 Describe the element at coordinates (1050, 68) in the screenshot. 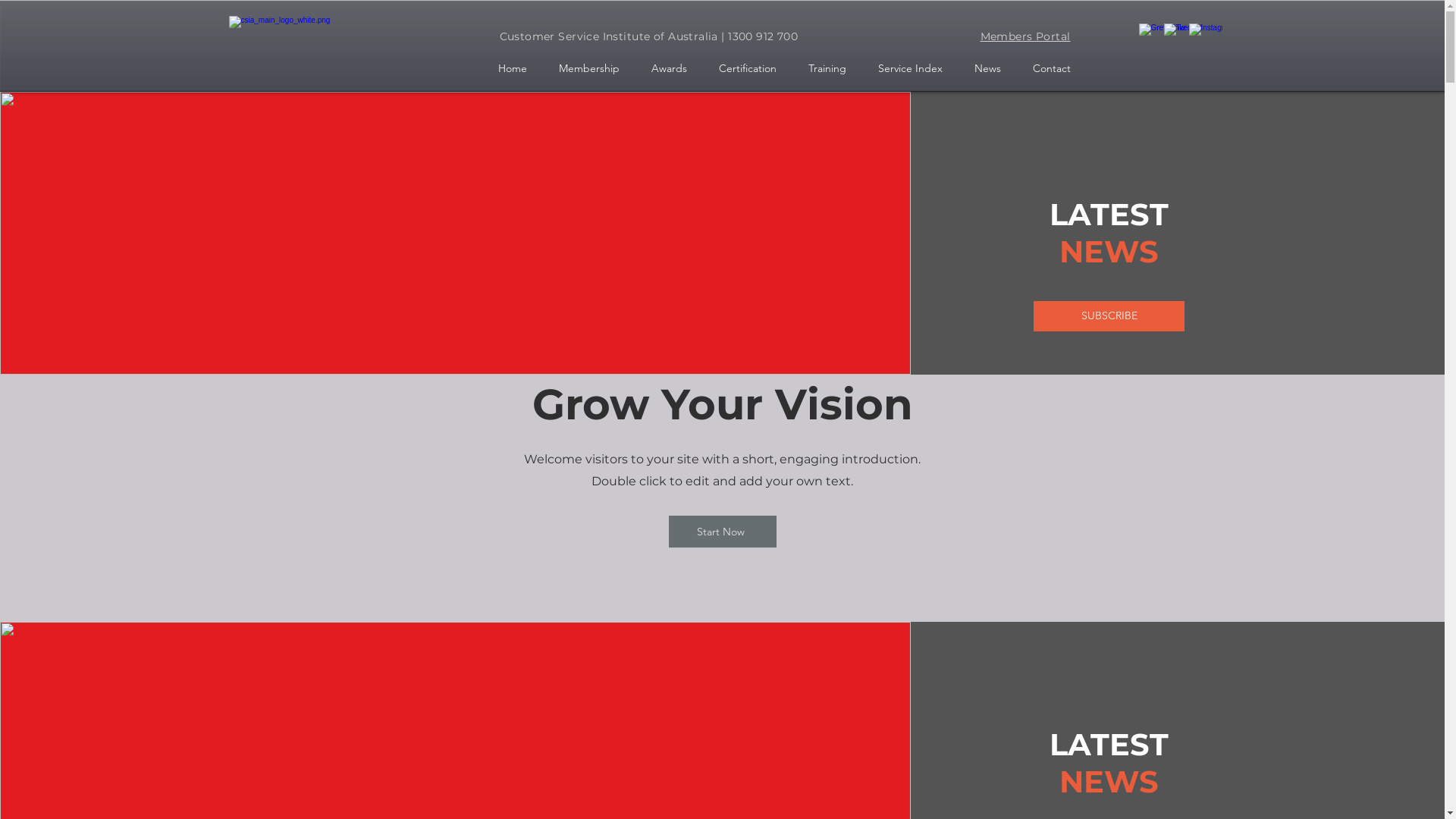

I see `'Contact'` at that location.